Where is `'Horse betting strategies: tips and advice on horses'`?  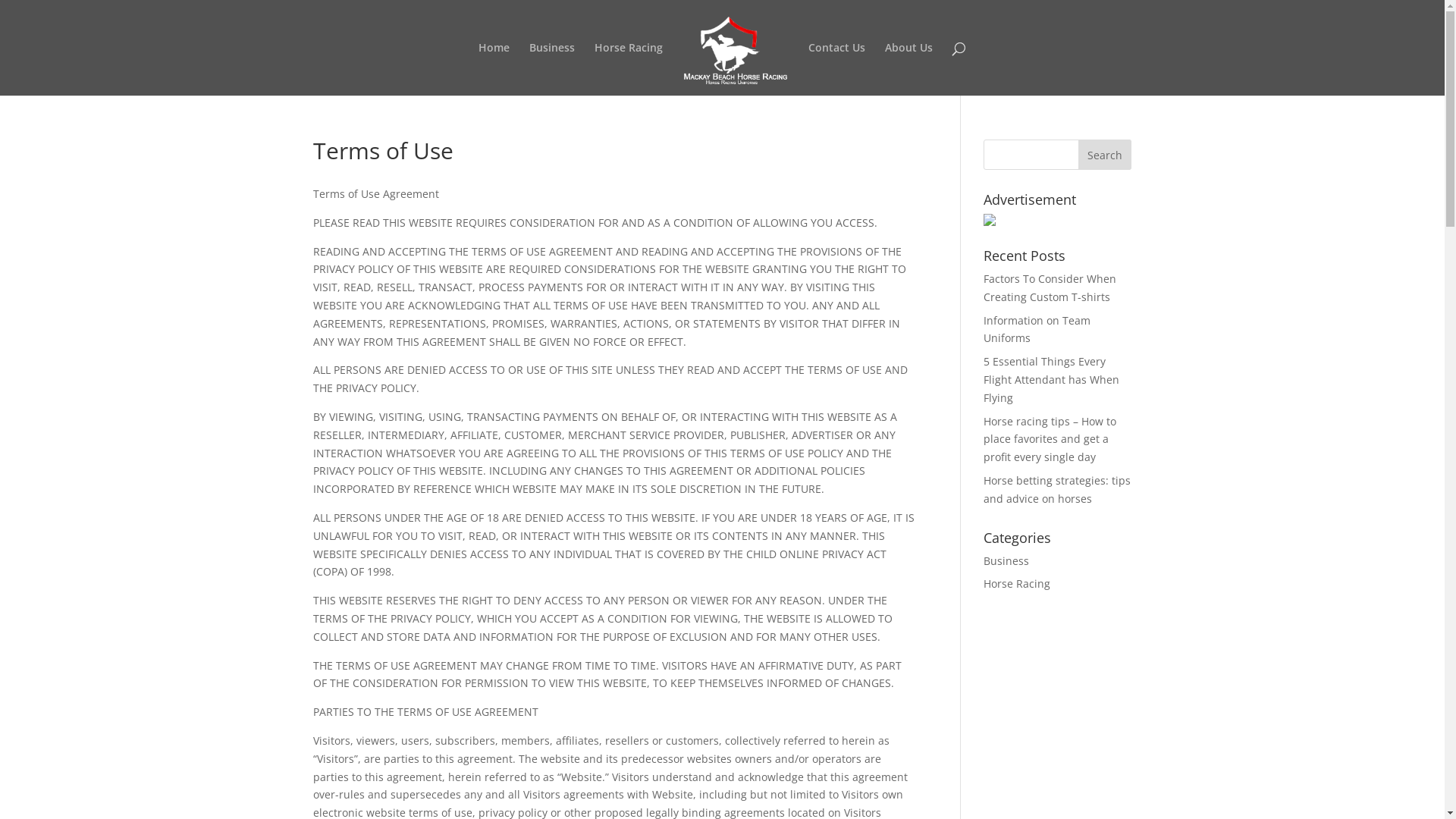
'Horse betting strategies: tips and advice on horses' is located at coordinates (1056, 489).